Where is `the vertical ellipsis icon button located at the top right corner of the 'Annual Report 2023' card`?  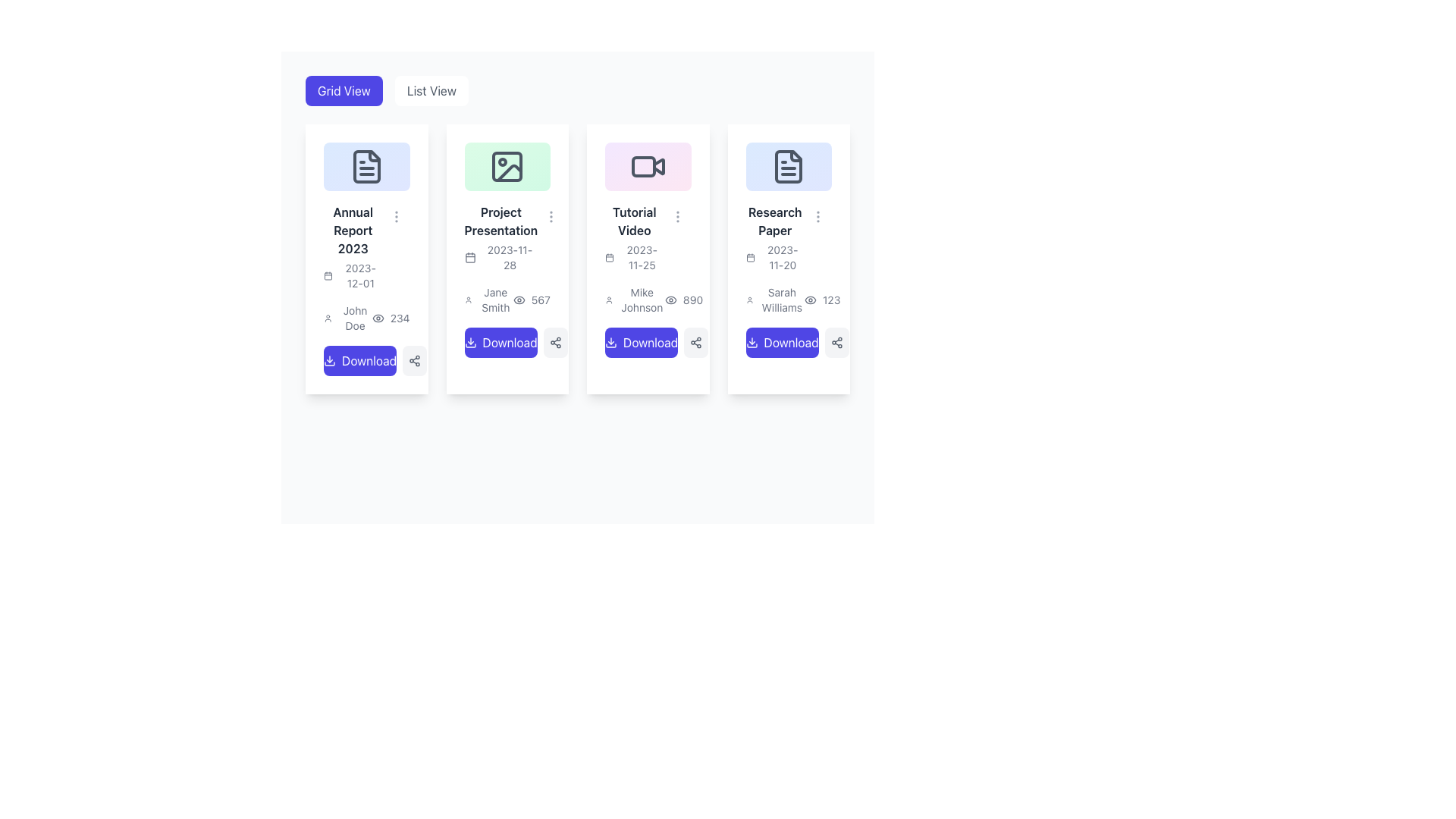 the vertical ellipsis icon button located at the top right corner of the 'Annual Report 2023' card is located at coordinates (396, 216).